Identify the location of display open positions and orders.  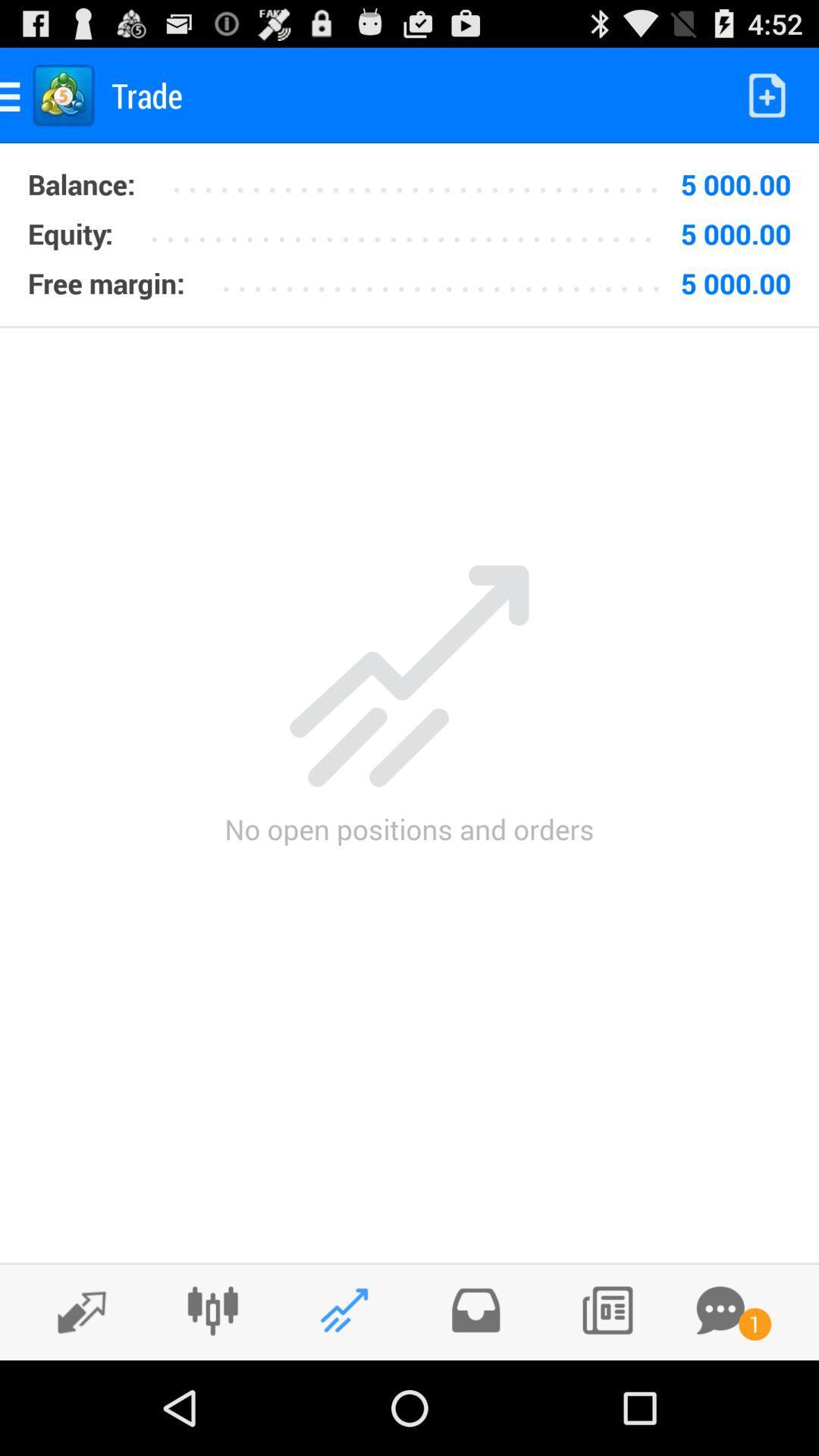
(344, 1310).